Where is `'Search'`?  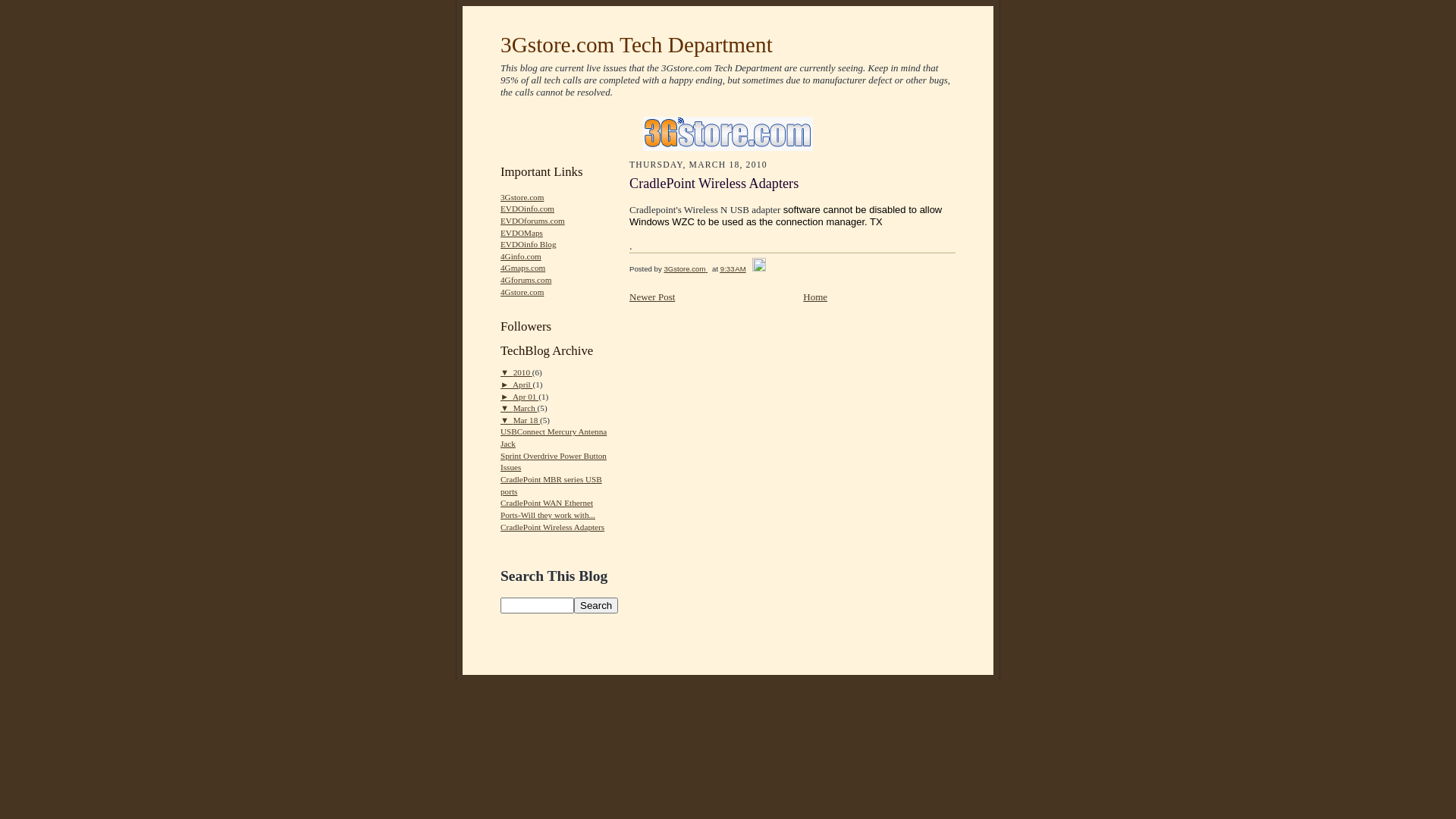 'Search' is located at coordinates (595, 604).